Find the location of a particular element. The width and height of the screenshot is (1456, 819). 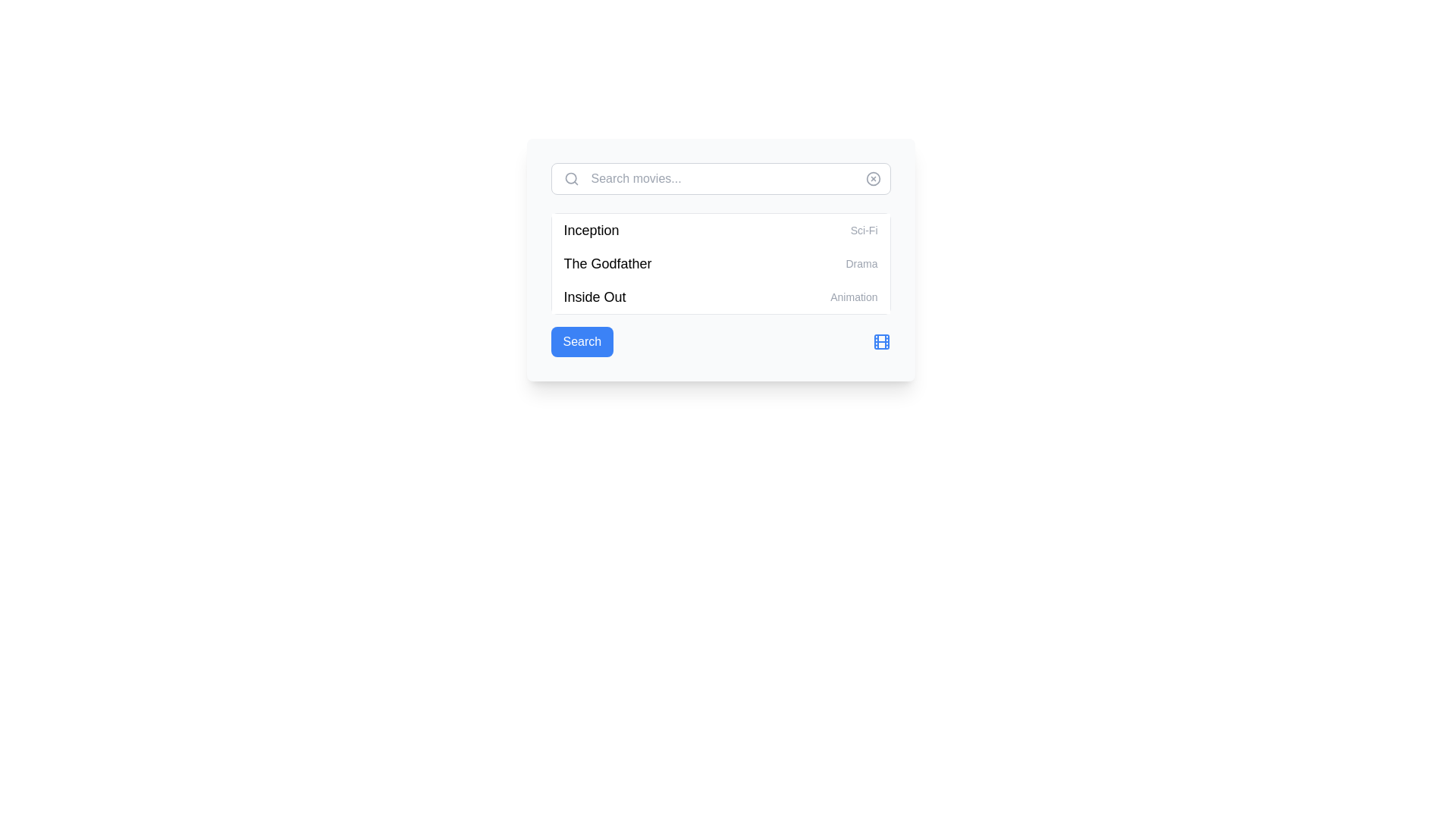

to select the first movie item row in the list, positioned above 'The Godfather' and 'Inside Out' is located at coordinates (720, 231).